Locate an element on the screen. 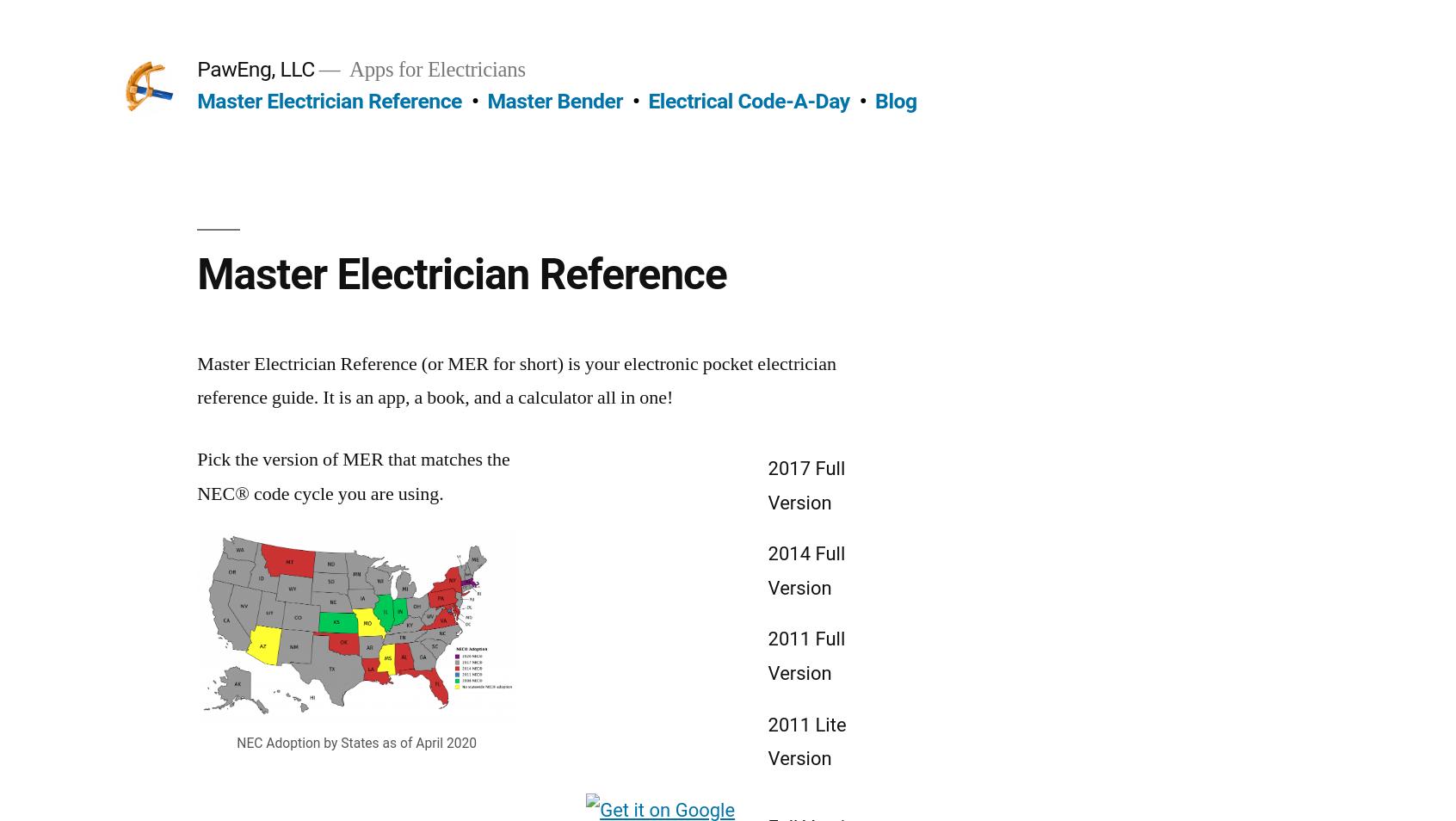 This screenshot has width=1456, height=821. 'Master Bender' is located at coordinates (485, 100).